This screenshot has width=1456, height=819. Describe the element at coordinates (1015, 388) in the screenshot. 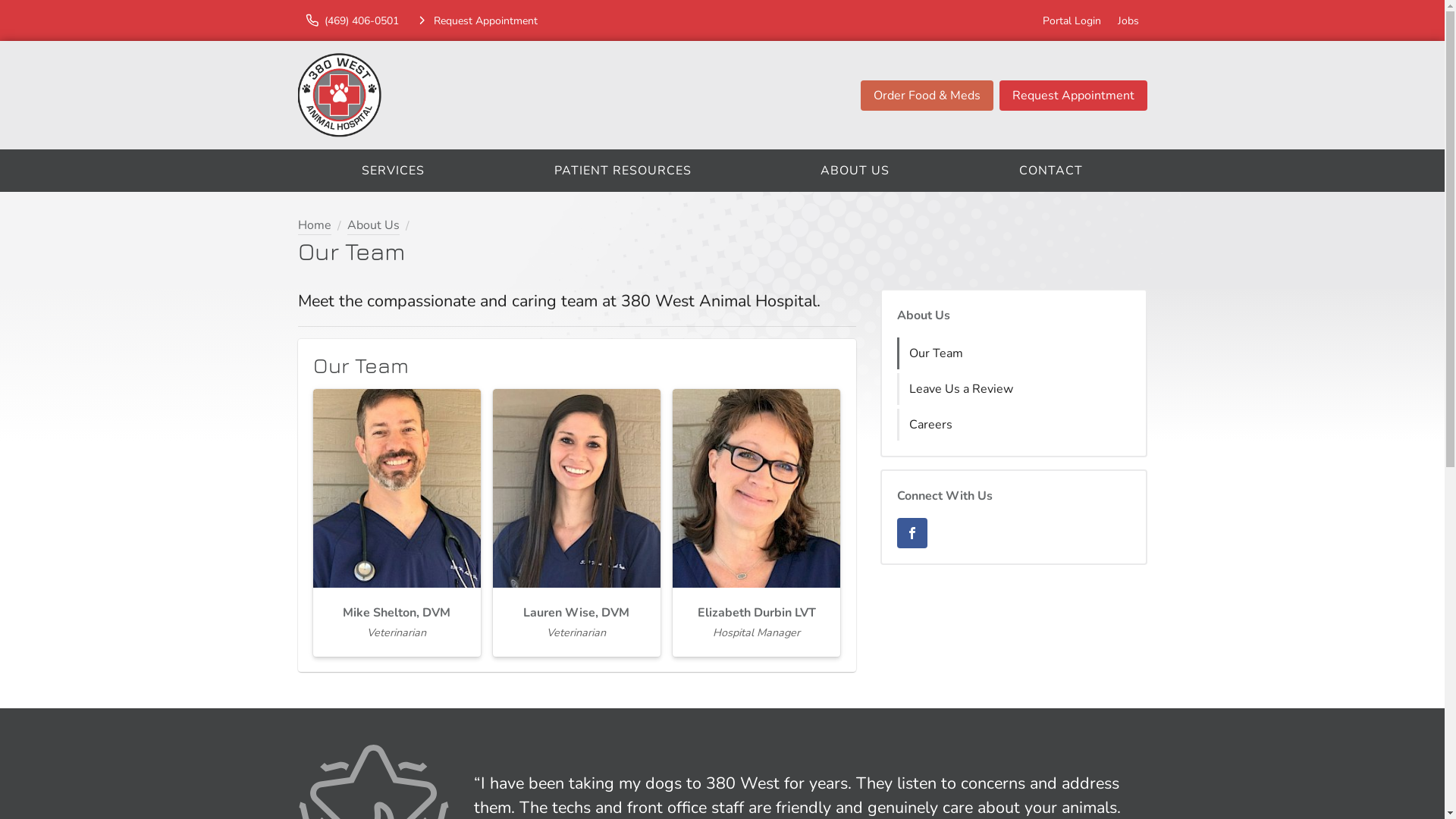

I see `'Leave Us a Review'` at that location.